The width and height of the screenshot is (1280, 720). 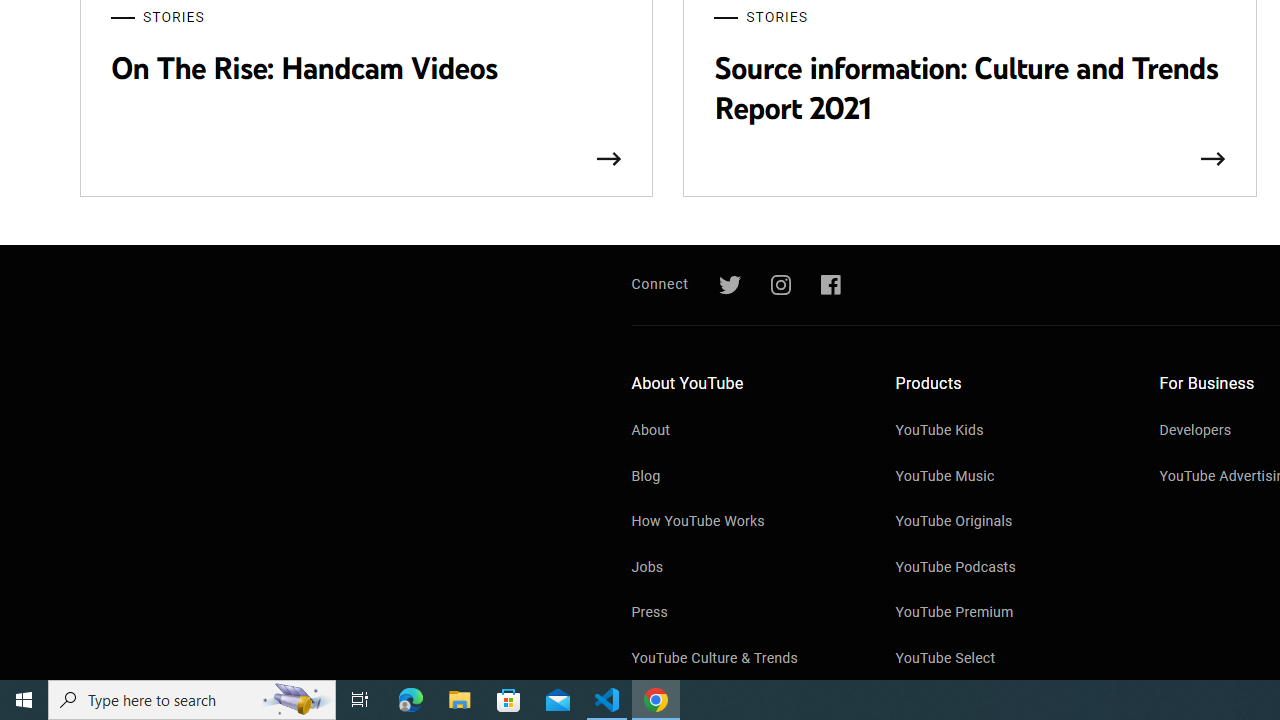 I want to click on 'Facebook', so click(x=830, y=285).